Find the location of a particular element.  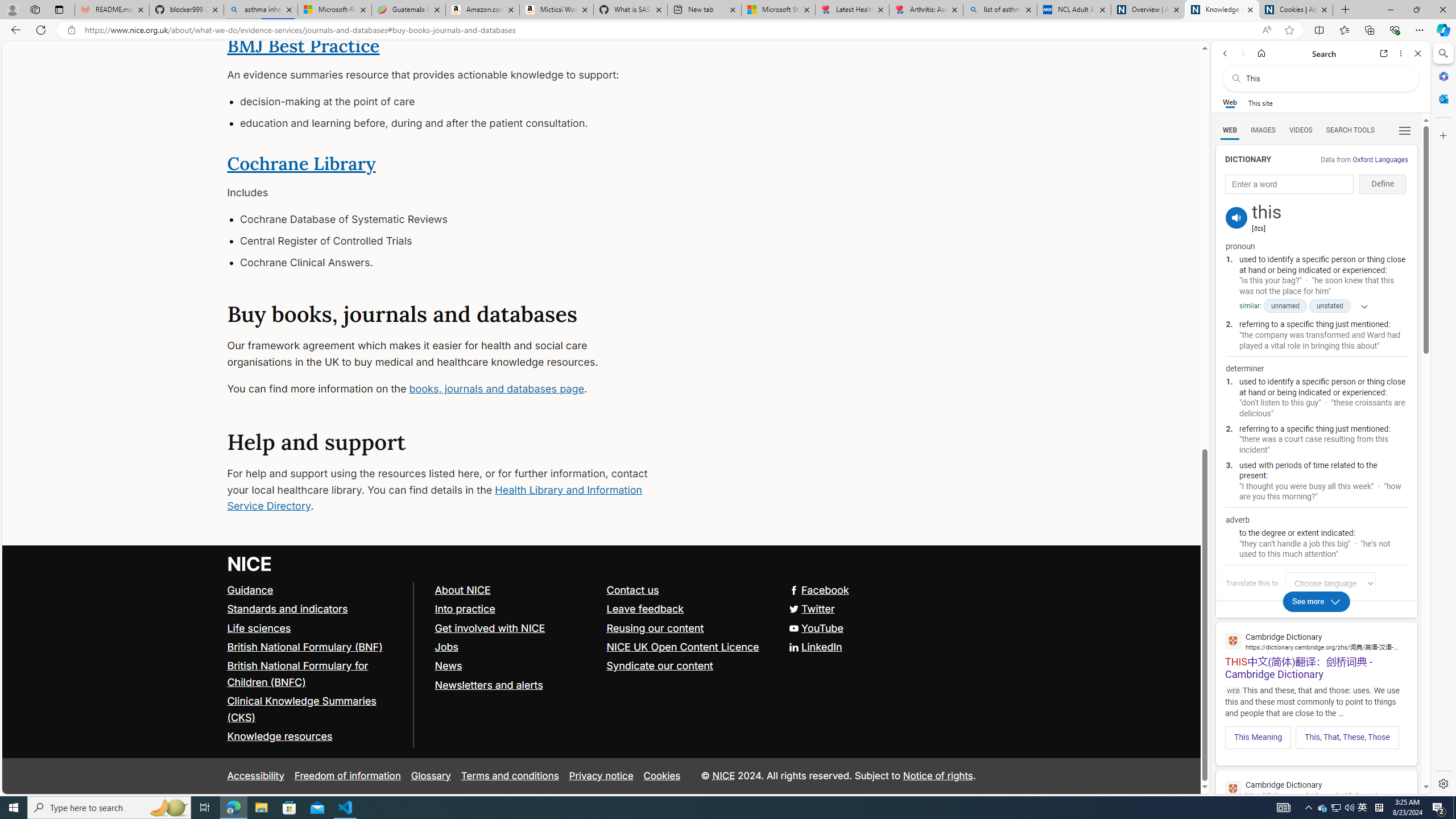

'Search' is located at coordinates (1442, 53).